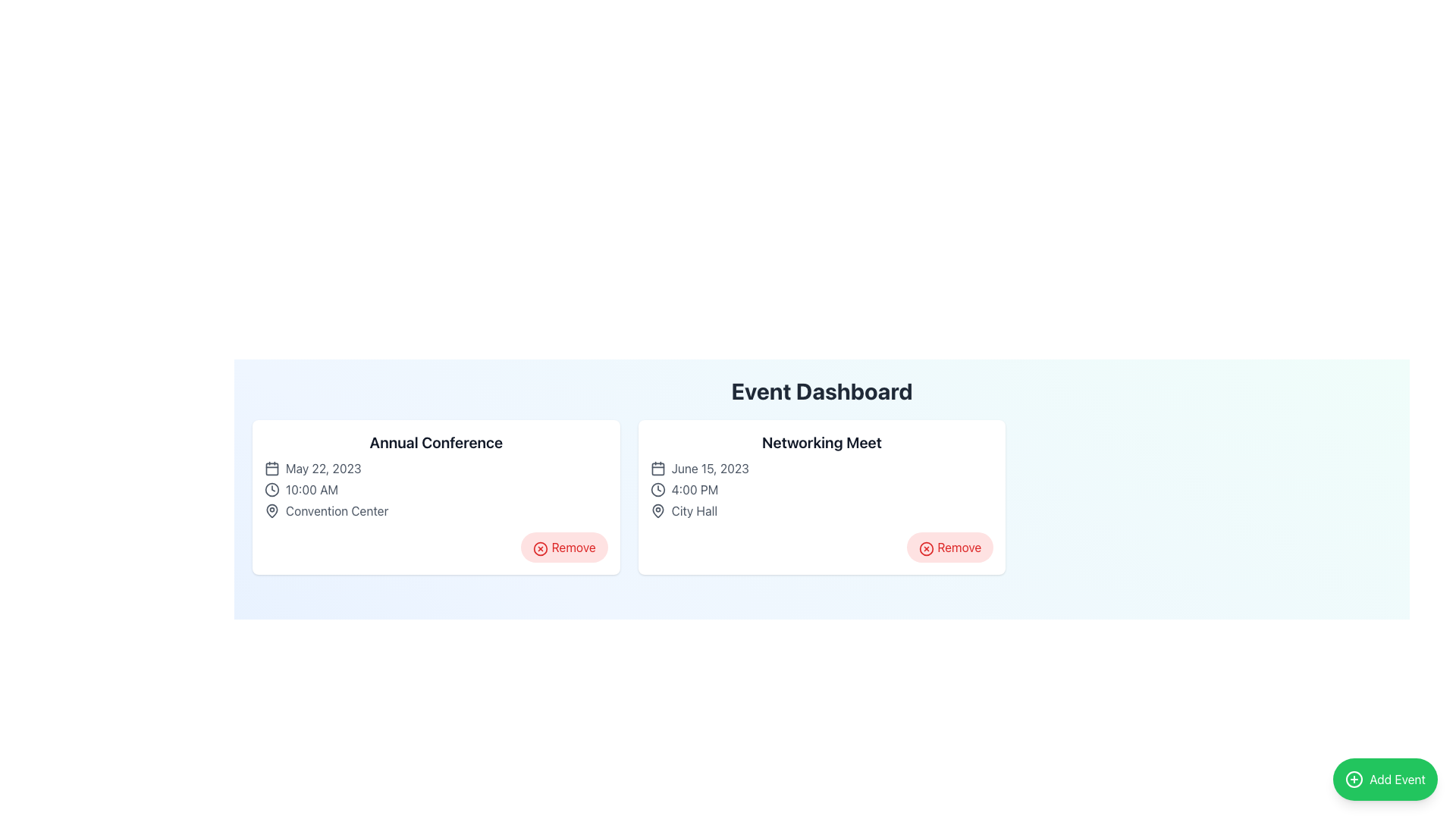 Image resolution: width=1456 pixels, height=819 pixels. Describe the element at coordinates (322, 467) in the screenshot. I see `text label displaying 'May 22, 2023', which is styled in gray and located next to a calendar icon within the 'Annual Conference' event card` at that location.